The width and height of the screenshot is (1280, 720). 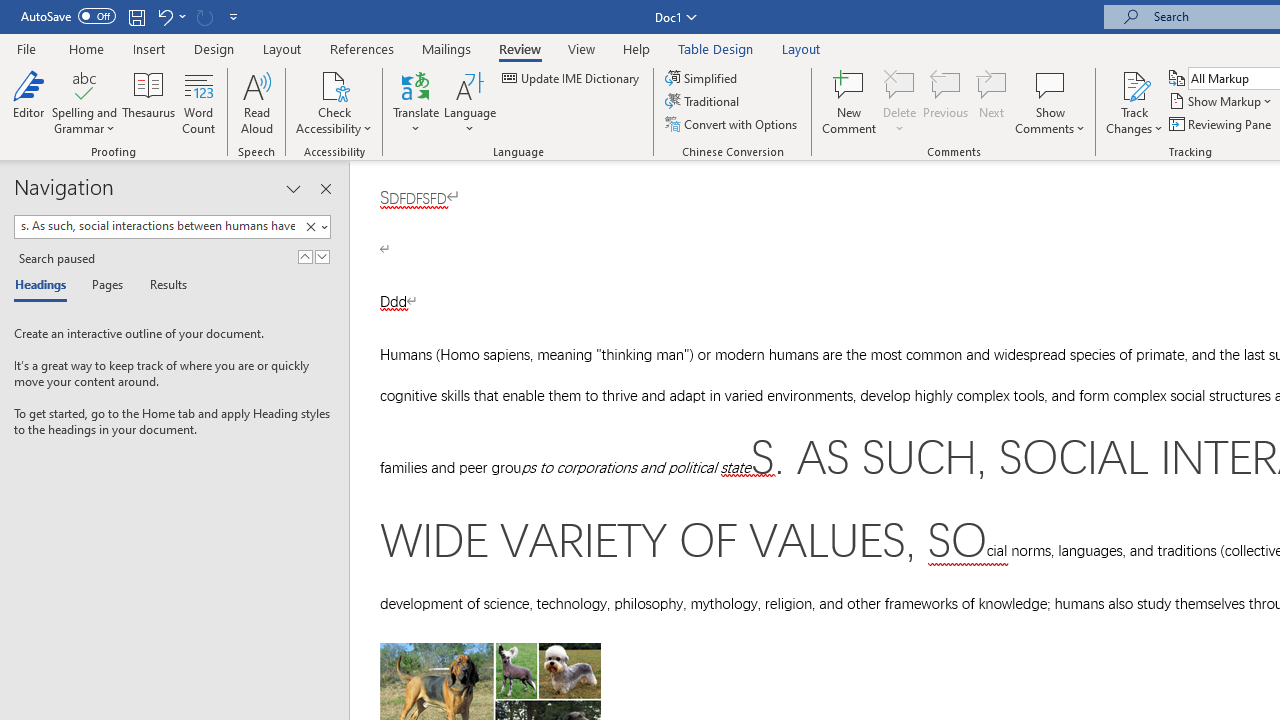 I want to click on 'Headings', so click(x=45, y=286).